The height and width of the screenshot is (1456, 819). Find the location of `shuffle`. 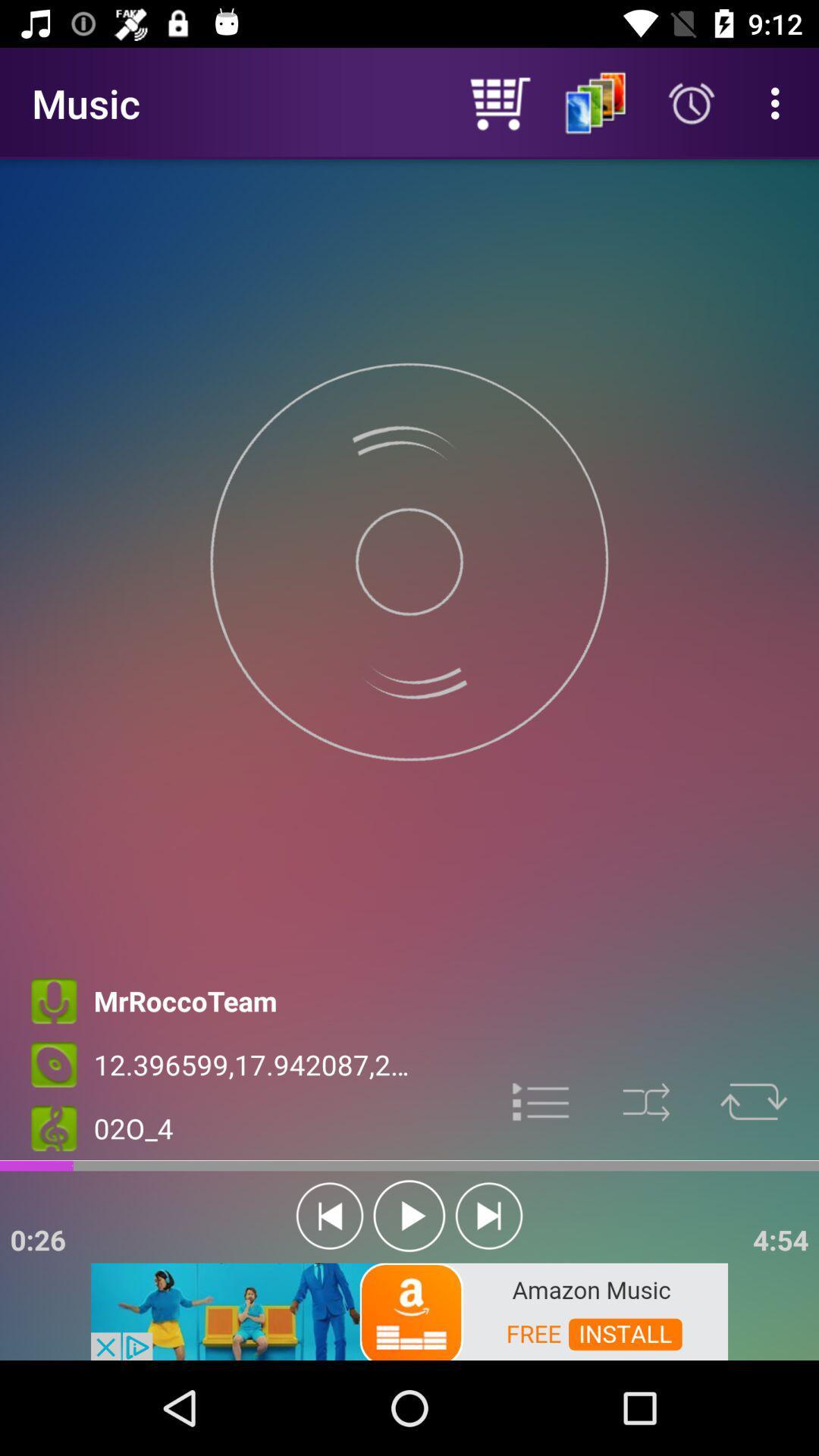

shuffle is located at coordinates (646, 1102).